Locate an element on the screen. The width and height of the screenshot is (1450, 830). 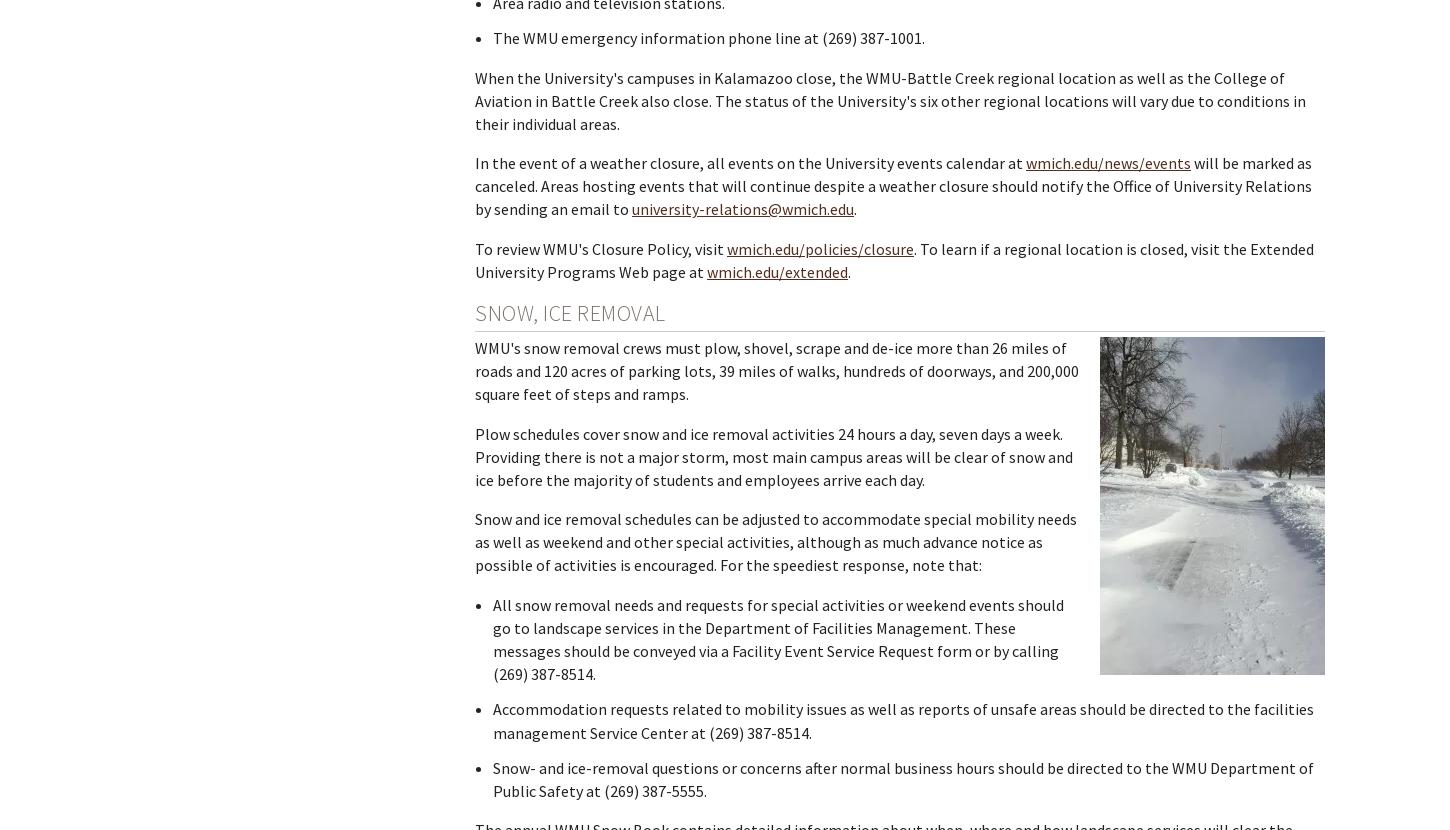
'To review WMU's Closure Policy, visit' is located at coordinates (601, 247).